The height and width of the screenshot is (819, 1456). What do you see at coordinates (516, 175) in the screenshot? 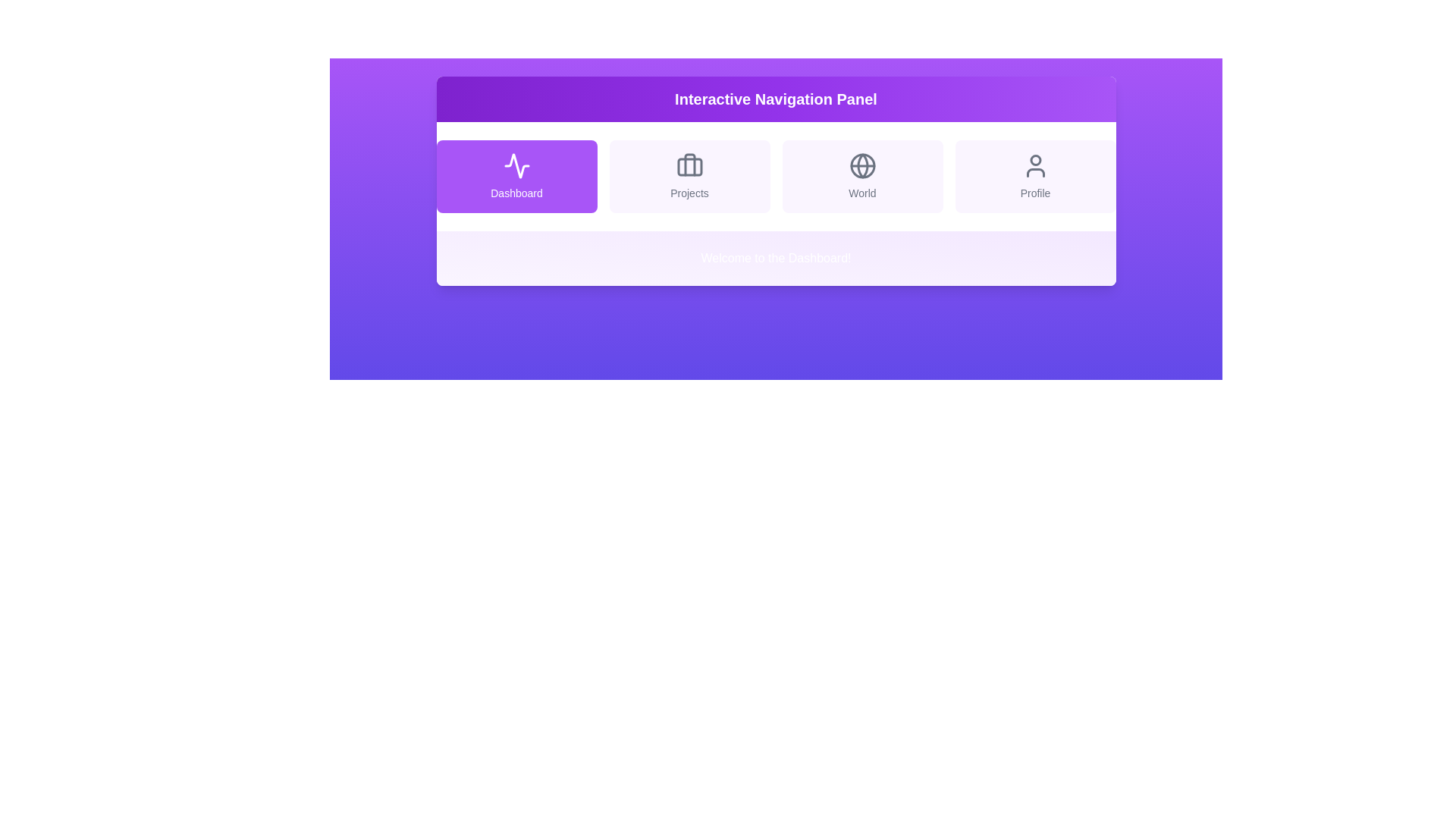
I see `the leftmost navigation button` at bounding box center [516, 175].